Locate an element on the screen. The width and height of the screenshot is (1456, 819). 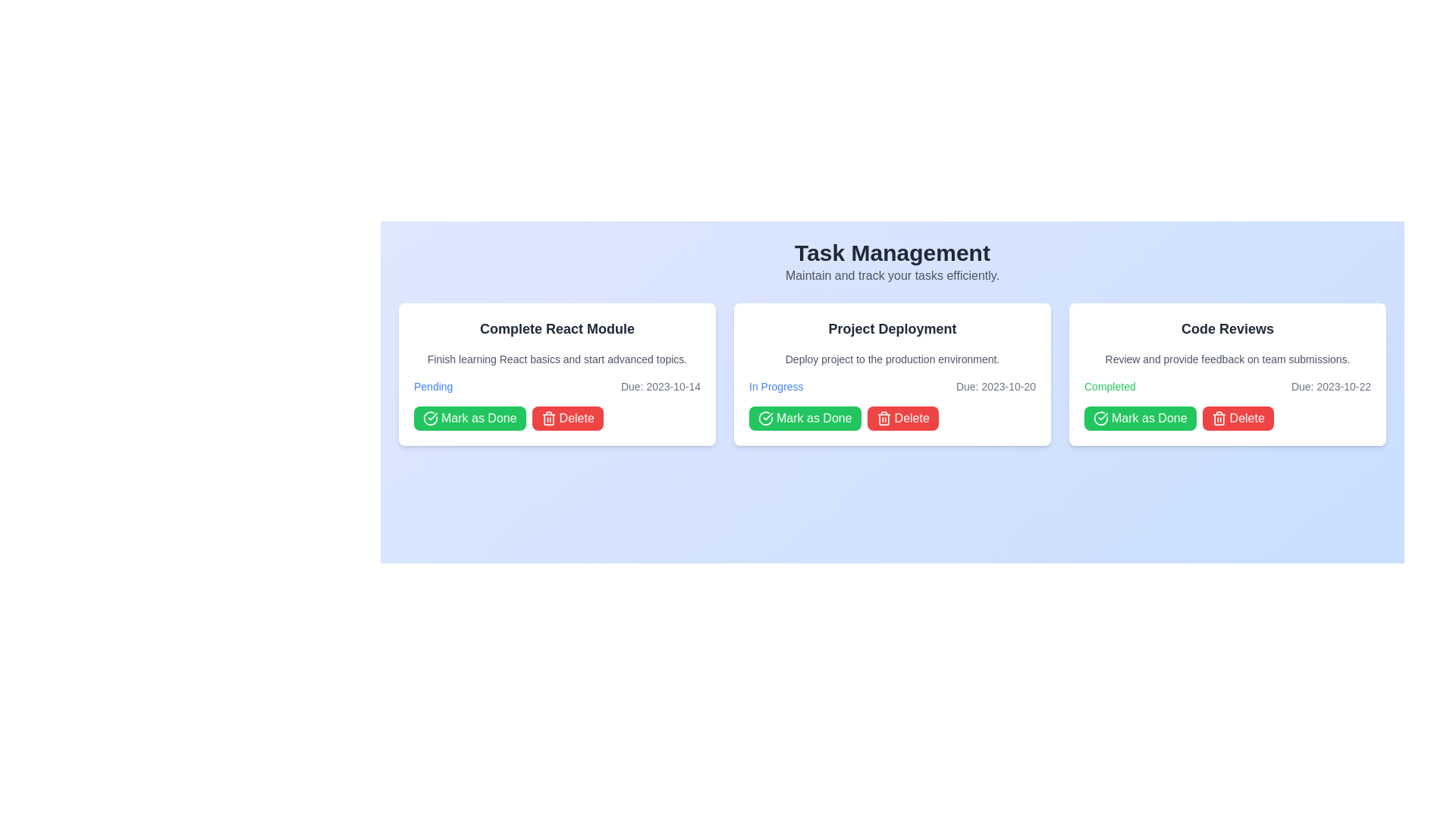
the 'Mark as Done' button with a green background and white text, located in the last card titled 'Code Reviews', to mark the task as done is located at coordinates (1140, 418).